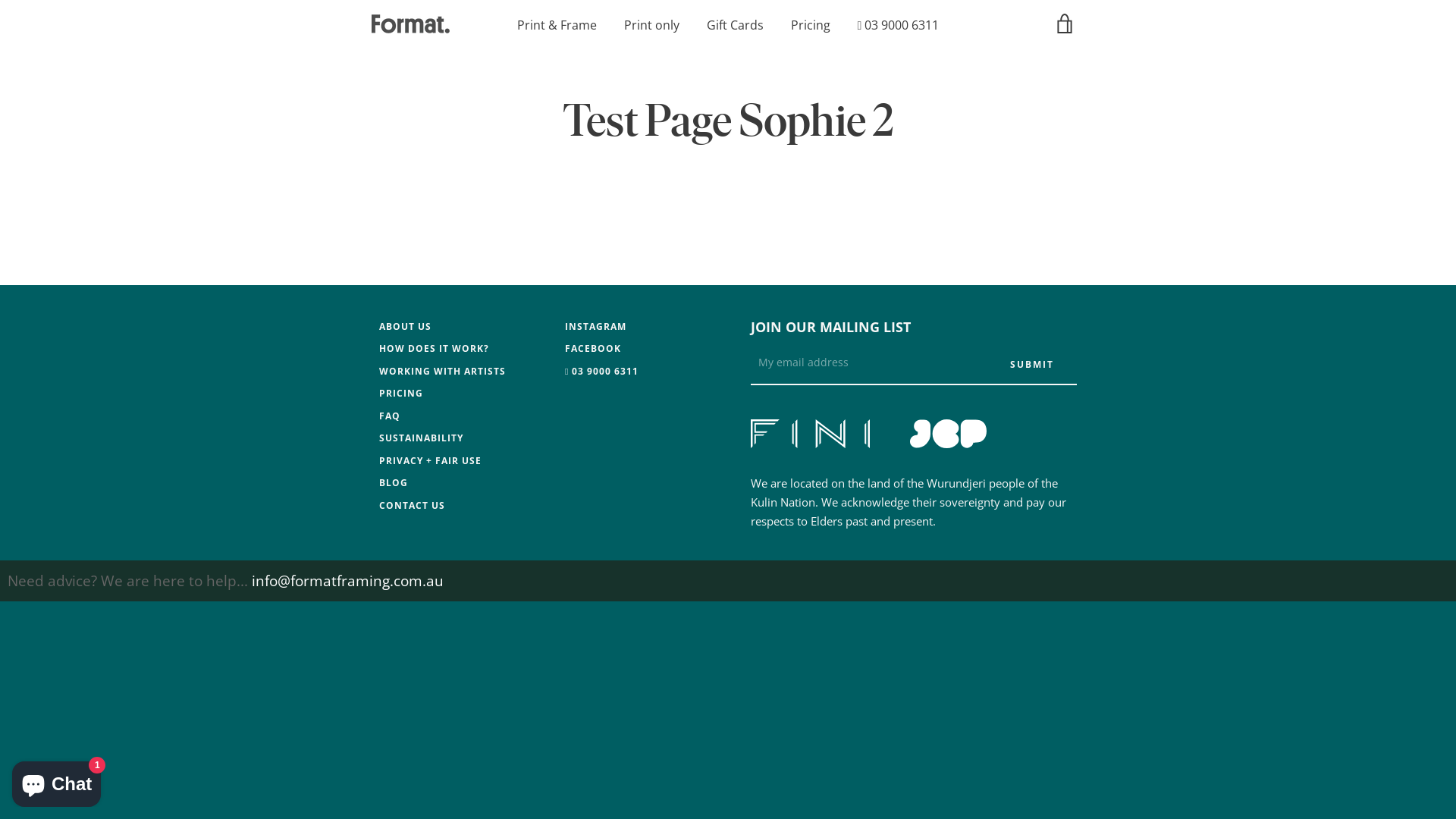  I want to click on 'VIEW CART', so click(1065, 23).